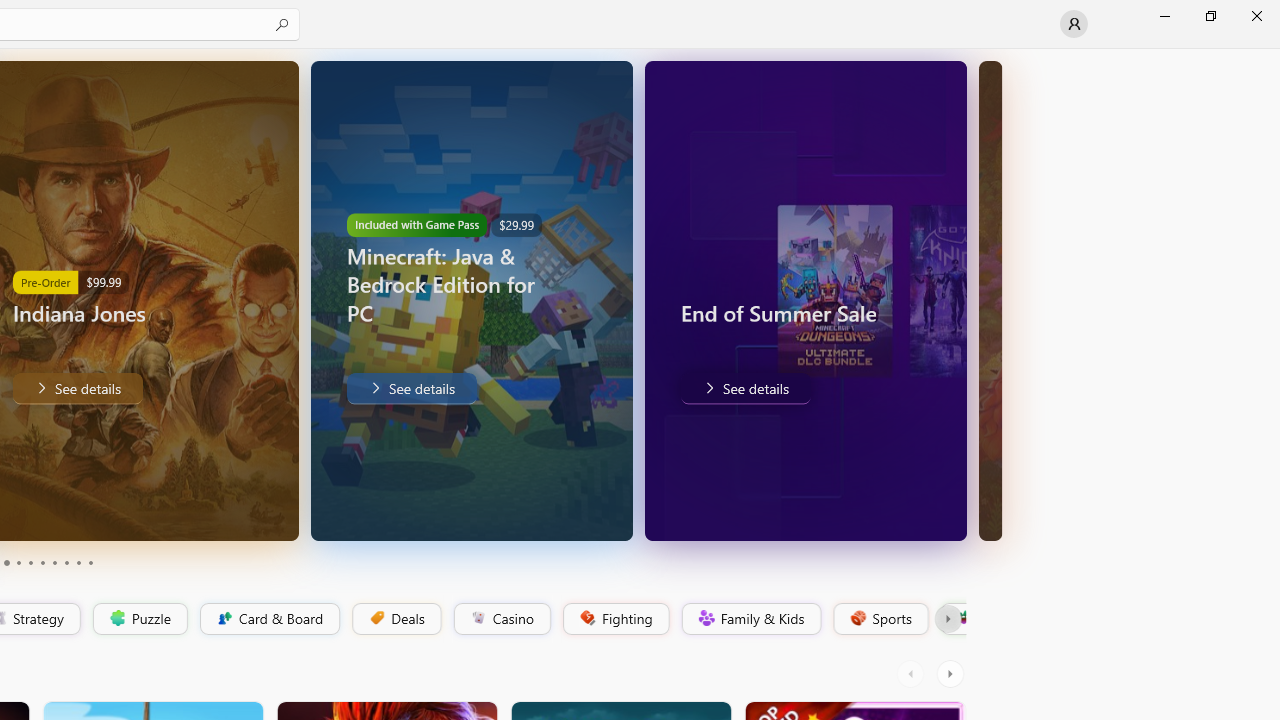 Image resolution: width=1280 pixels, height=720 pixels. Describe the element at coordinates (30, 563) in the screenshot. I see `'Page 5'` at that location.